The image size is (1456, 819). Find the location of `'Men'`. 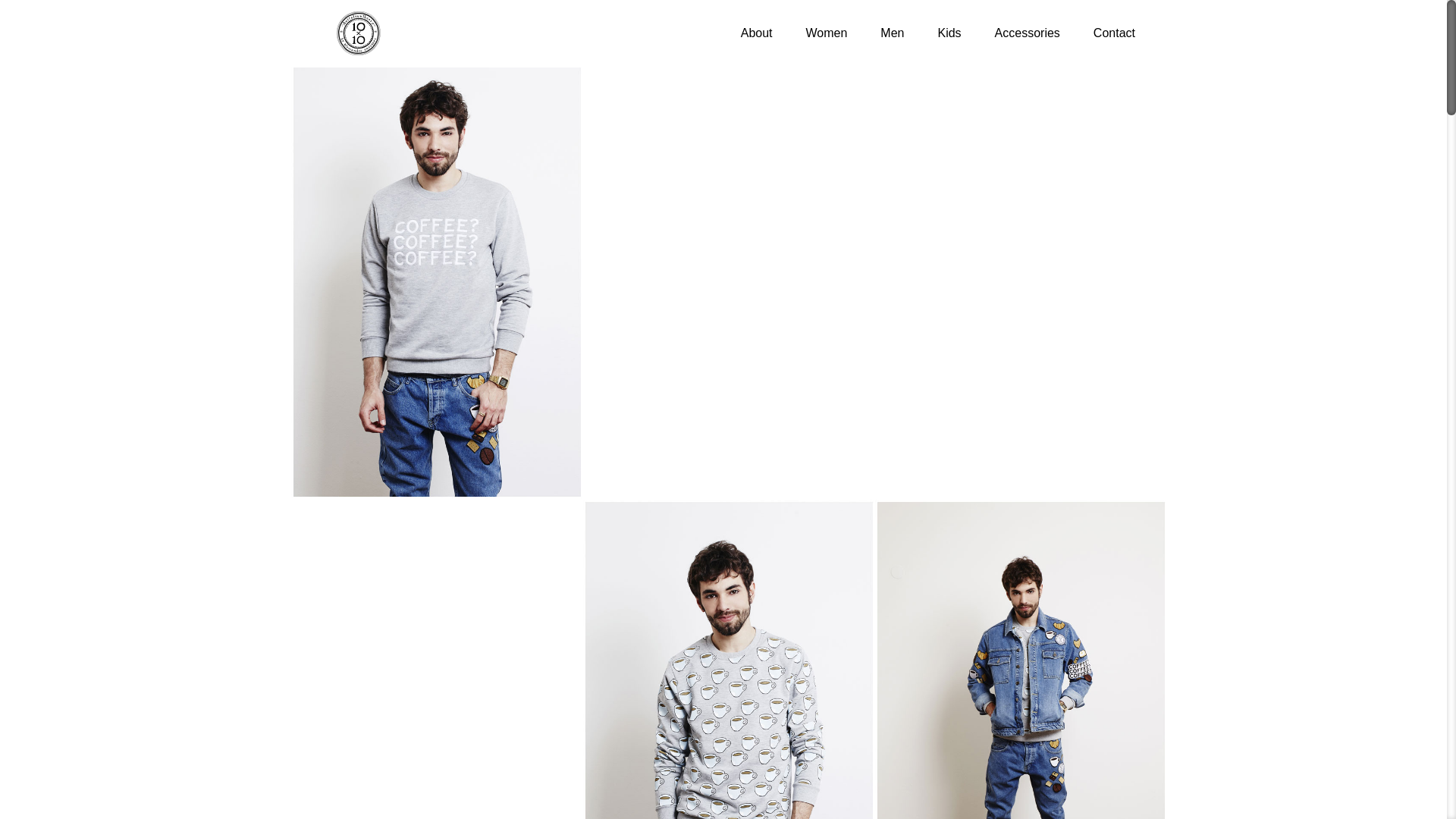

'Men' is located at coordinates (873, 33).